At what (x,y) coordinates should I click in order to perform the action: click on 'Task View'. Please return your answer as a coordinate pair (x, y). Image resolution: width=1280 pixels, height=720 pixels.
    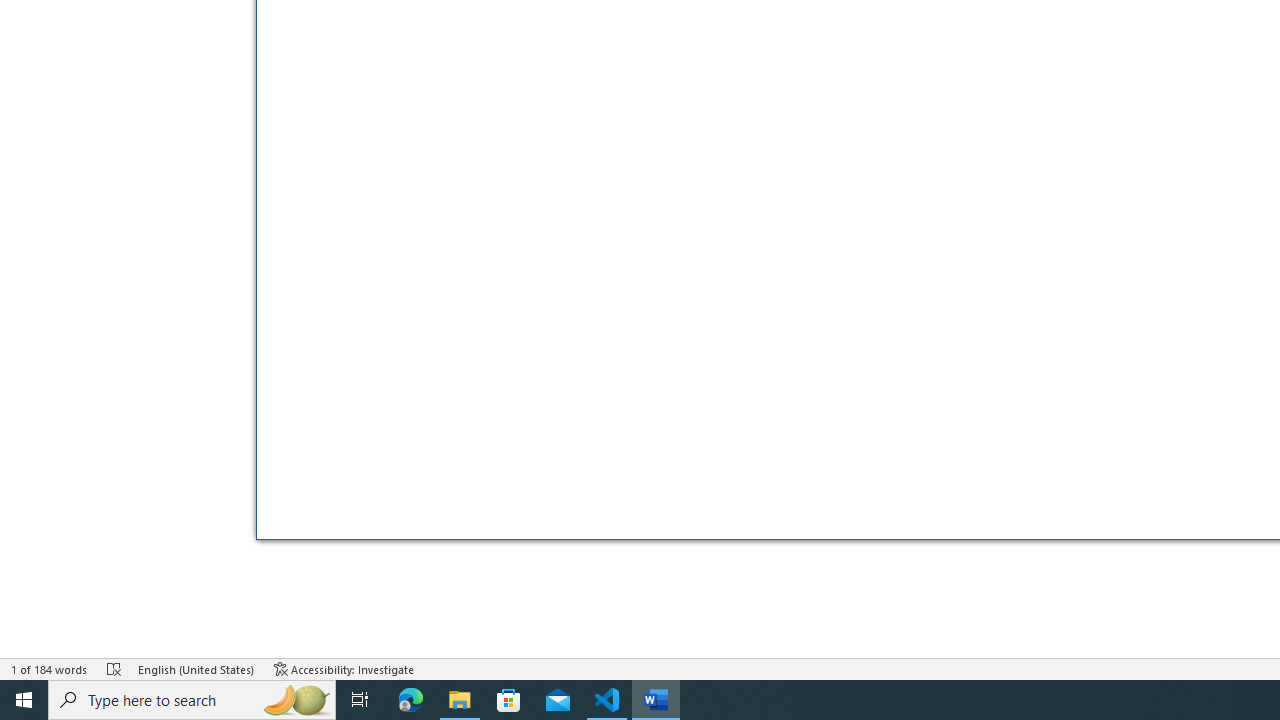
    Looking at the image, I should click on (359, 698).